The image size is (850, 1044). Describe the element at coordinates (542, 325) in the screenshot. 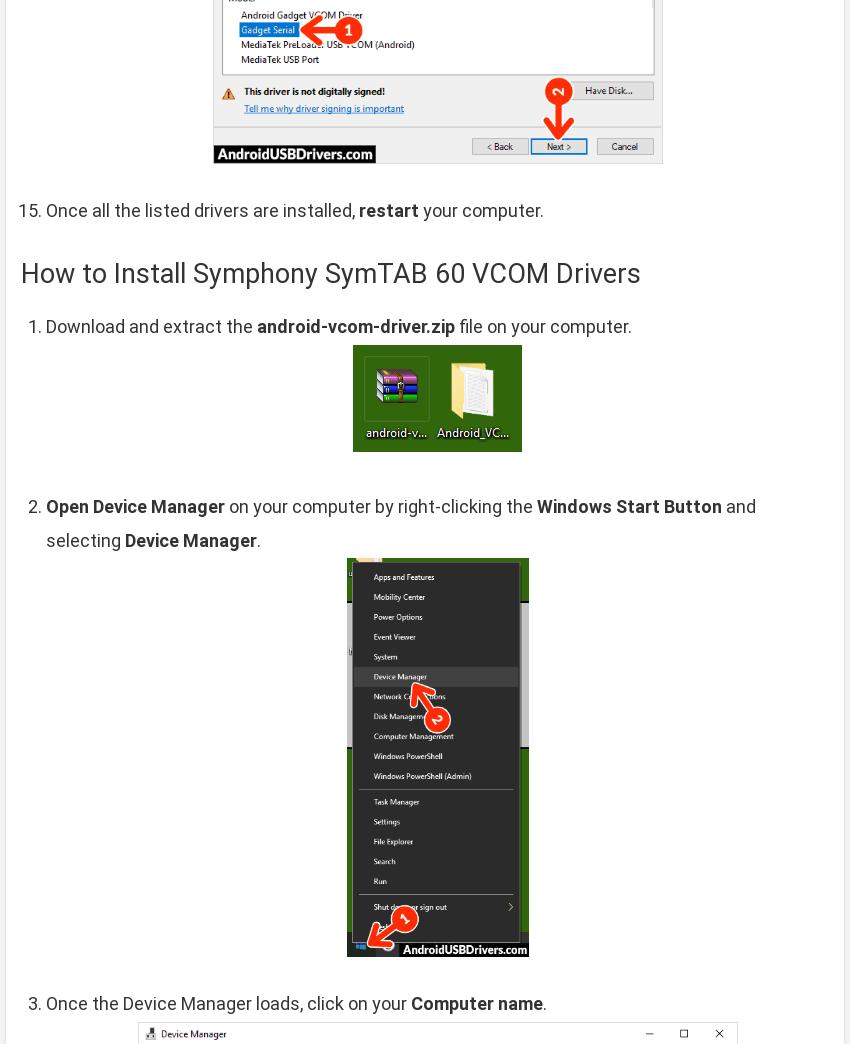

I see `'file on your computer.'` at that location.